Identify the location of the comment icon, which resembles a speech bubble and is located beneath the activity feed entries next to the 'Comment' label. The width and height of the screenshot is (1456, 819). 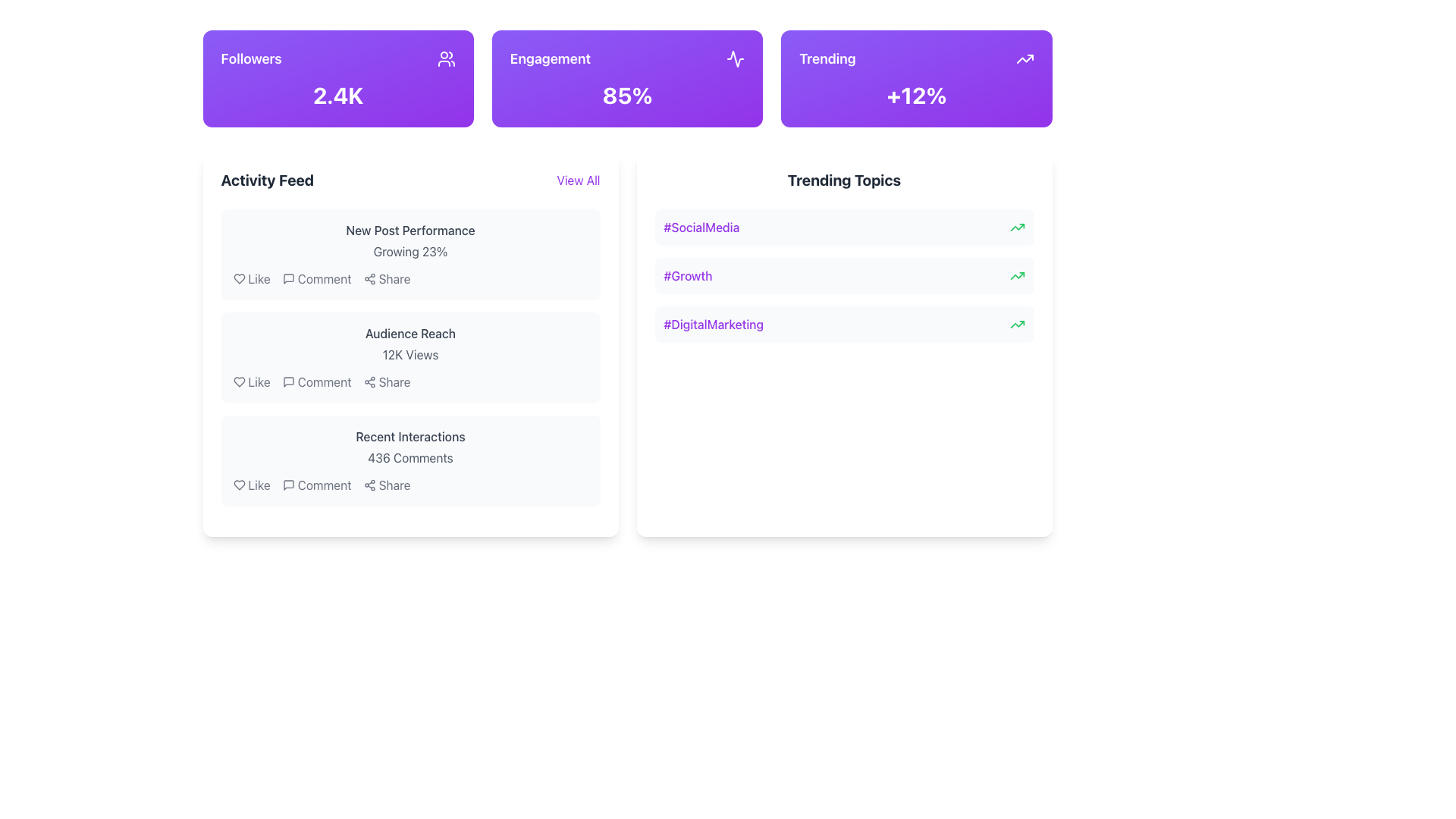
(288, 278).